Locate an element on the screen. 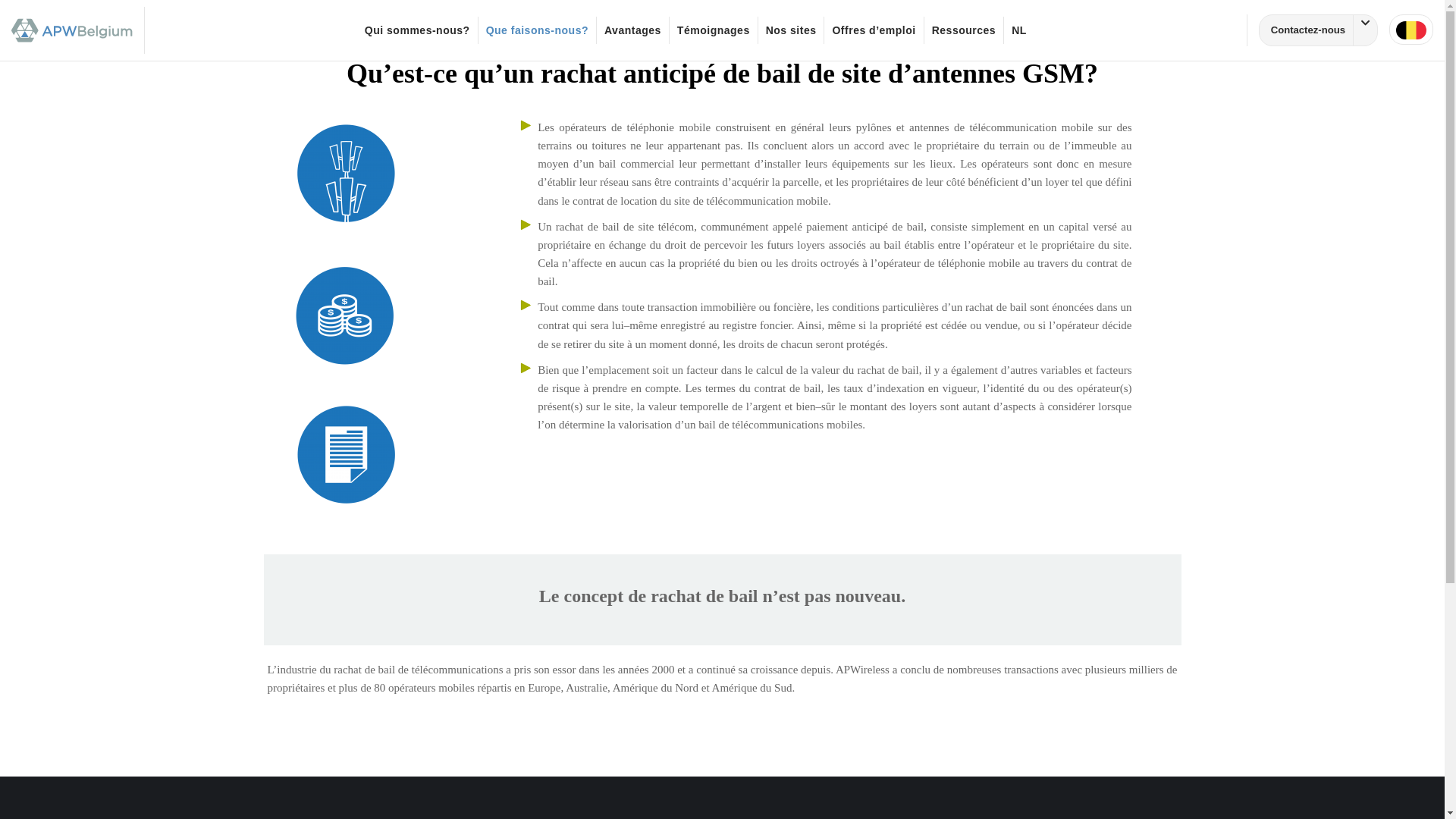 The width and height of the screenshot is (1456, 819). 'img2' is located at coordinates (345, 315).